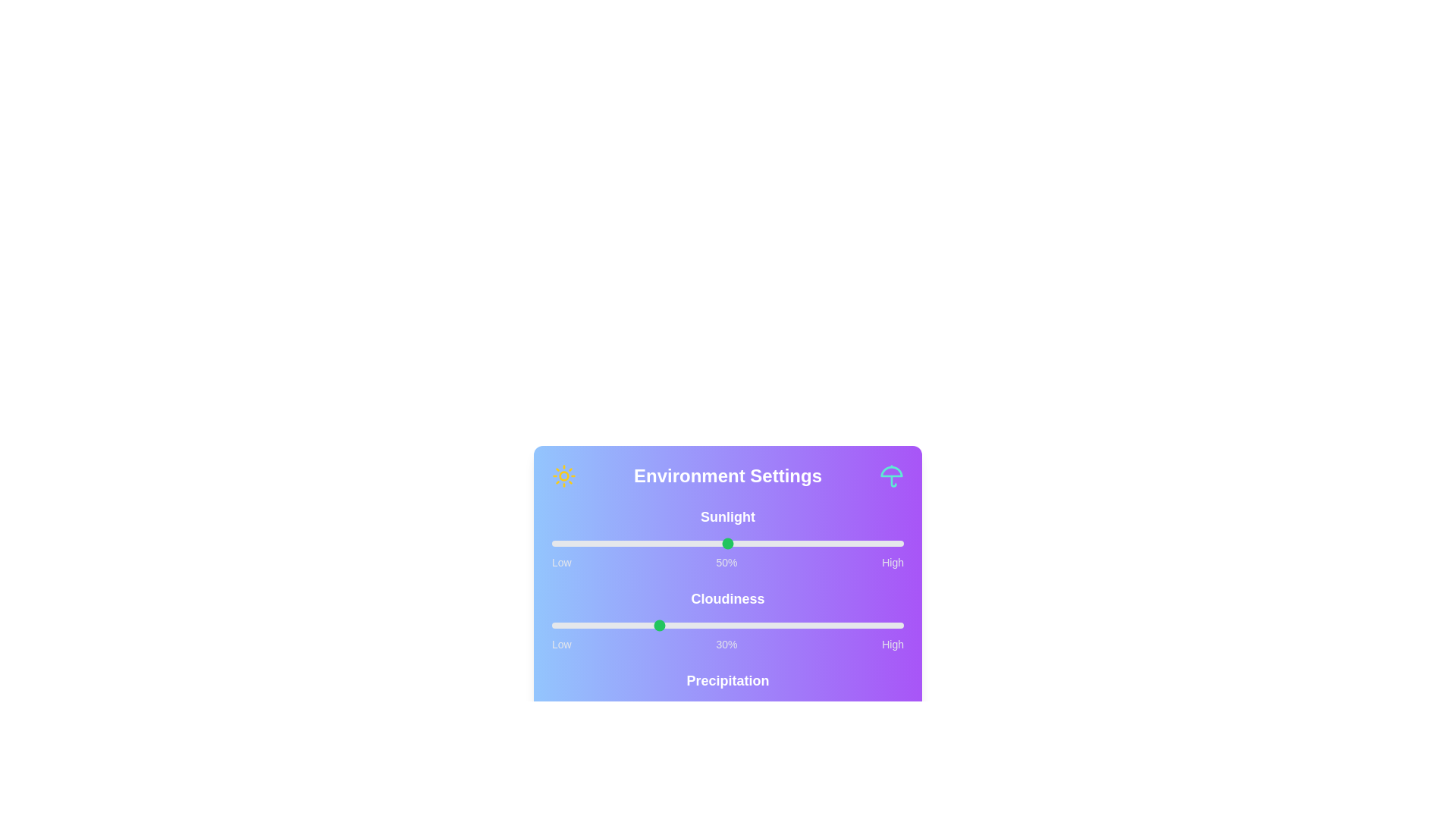  I want to click on the sunlight slider to 17%, so click(611, 543).